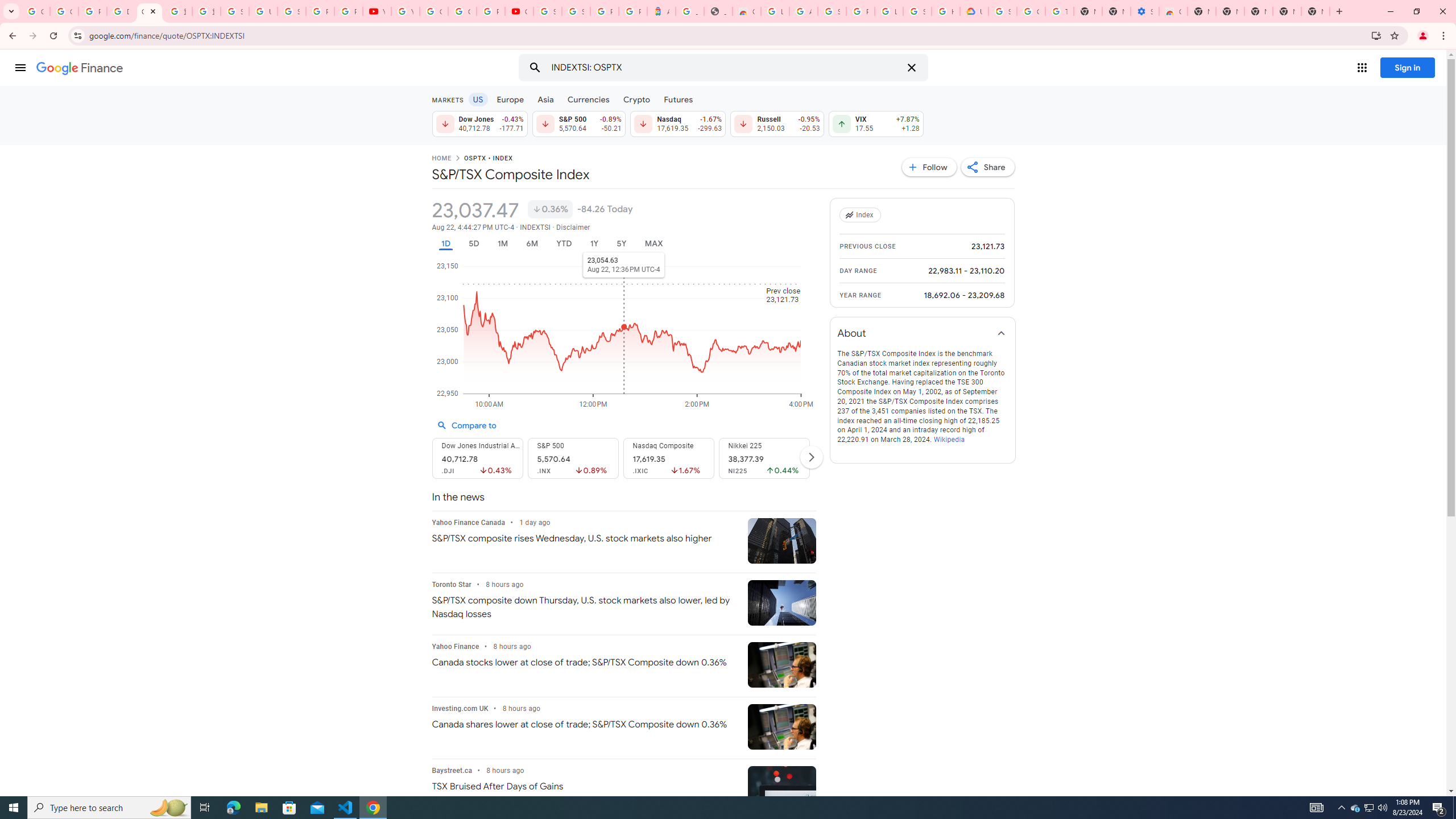  Describe the element at coordinates (929, 166) in the screenshot. I see `'Follow'` at that location.